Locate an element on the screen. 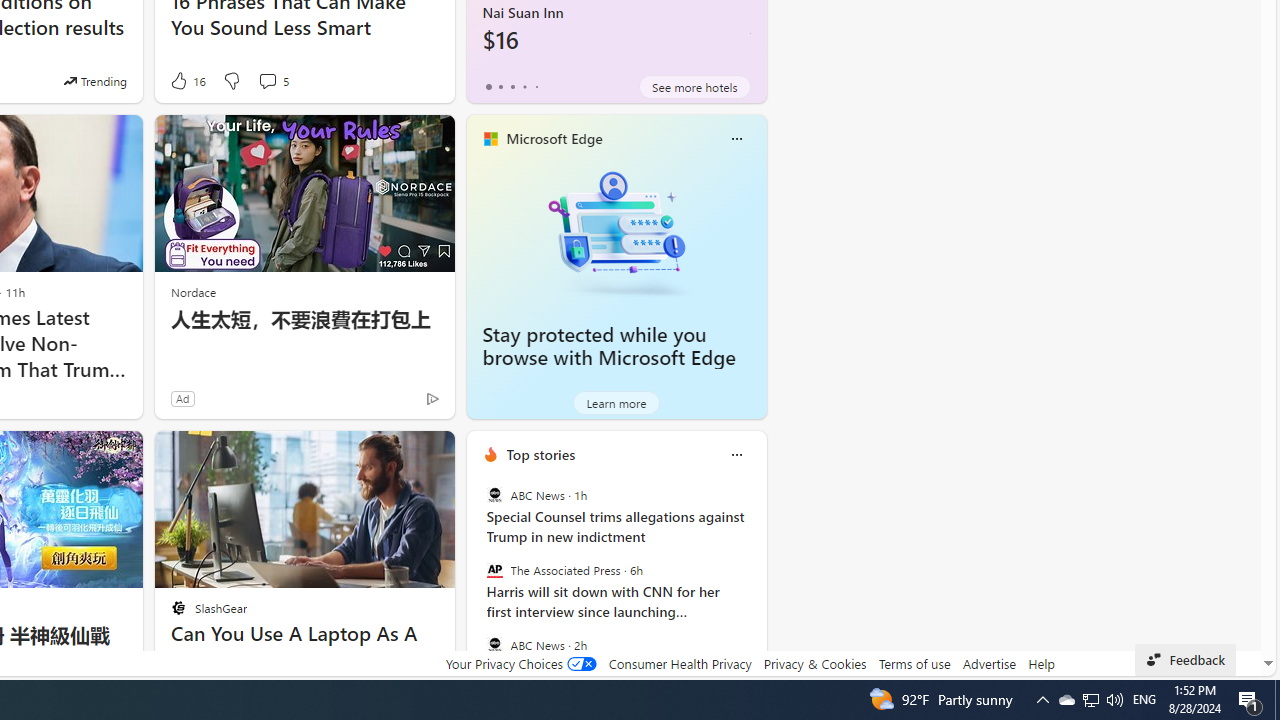 The height and width of the screenshot is (720, 1280). 'Terms of use' is located at coordinates (913, 663).